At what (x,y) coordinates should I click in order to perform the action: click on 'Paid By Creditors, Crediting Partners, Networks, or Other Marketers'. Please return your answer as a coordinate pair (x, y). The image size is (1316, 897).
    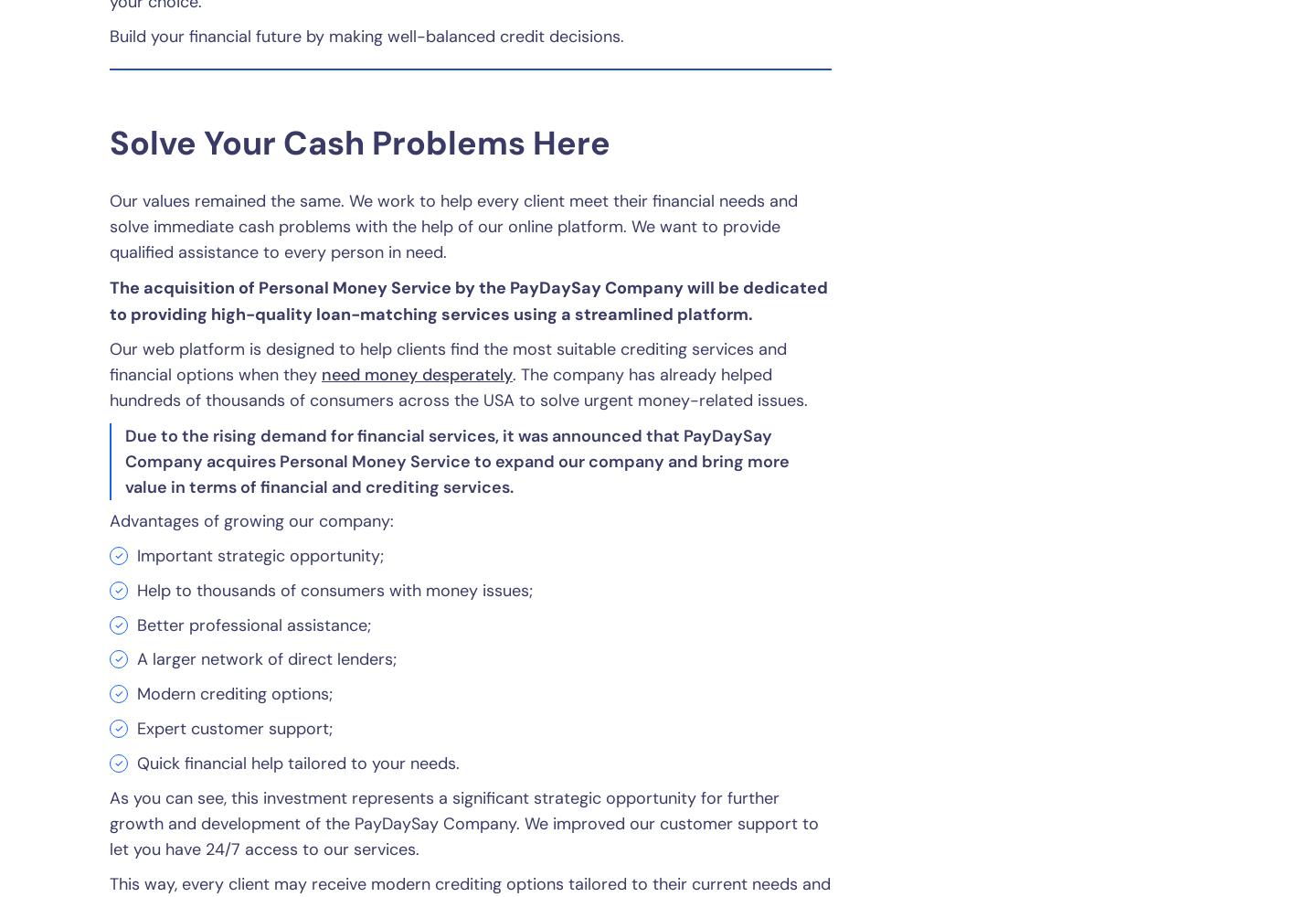
    Looking at the image, I should click on (378, 308).